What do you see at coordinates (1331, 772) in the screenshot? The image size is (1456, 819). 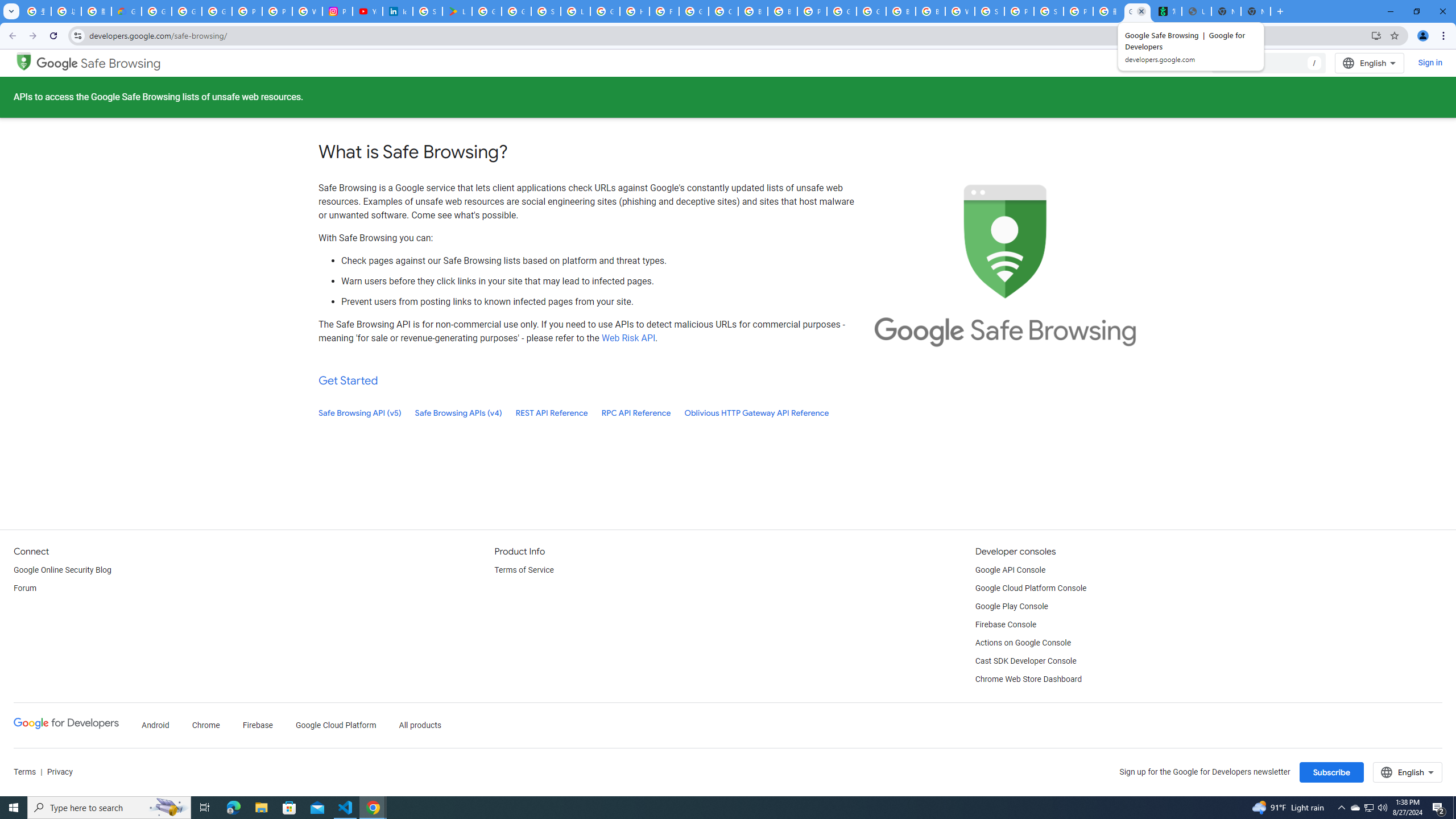 I see `'Subscribe'` at bounding box center [1331, 772].